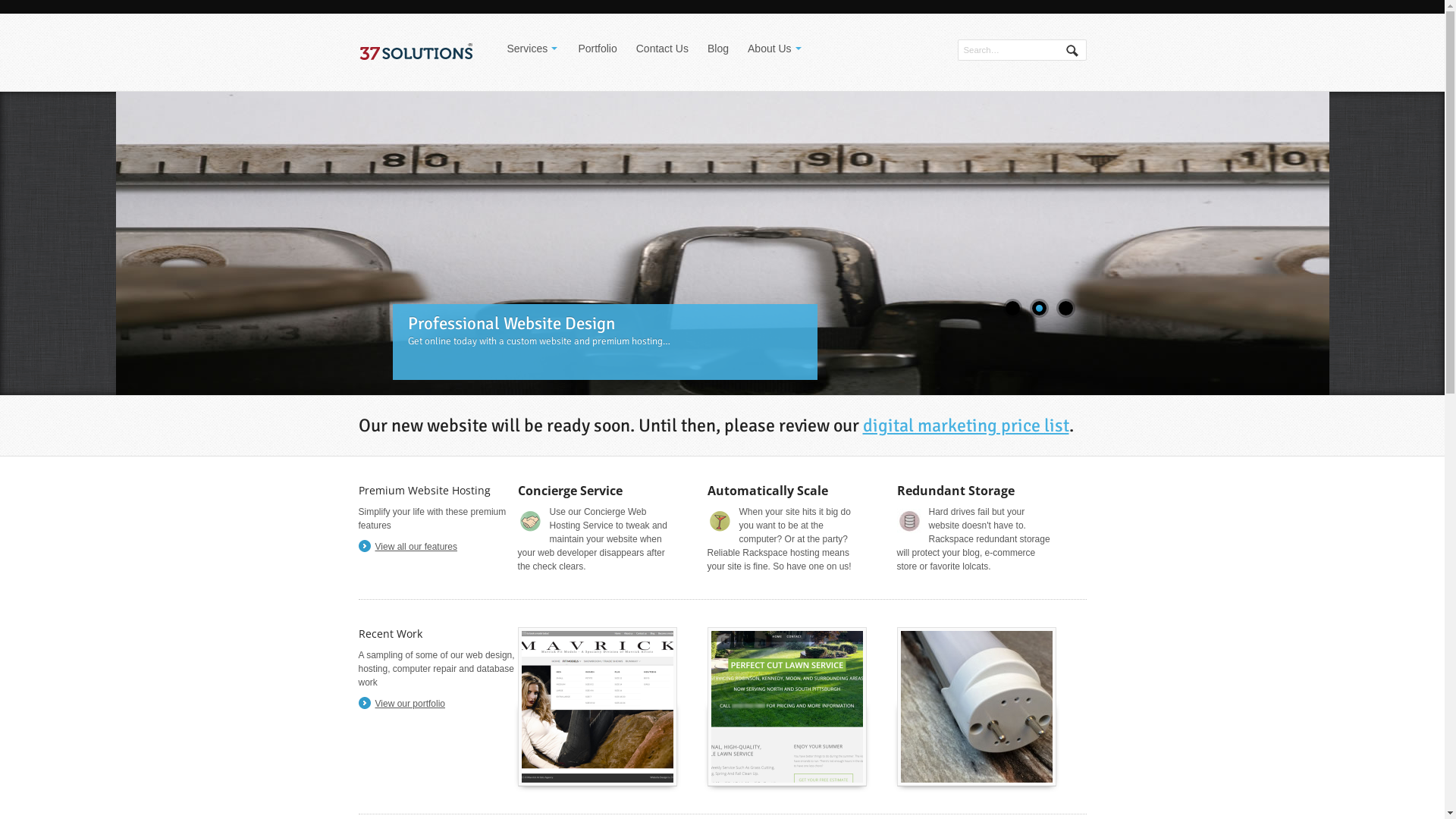 Image resolution: width=1456 pixels, height=819 pixels. What do you see at coordinates (596, 707) in the screenshot?
I see `'Mavrick Fit Models'` at bounding box center [596, 707].